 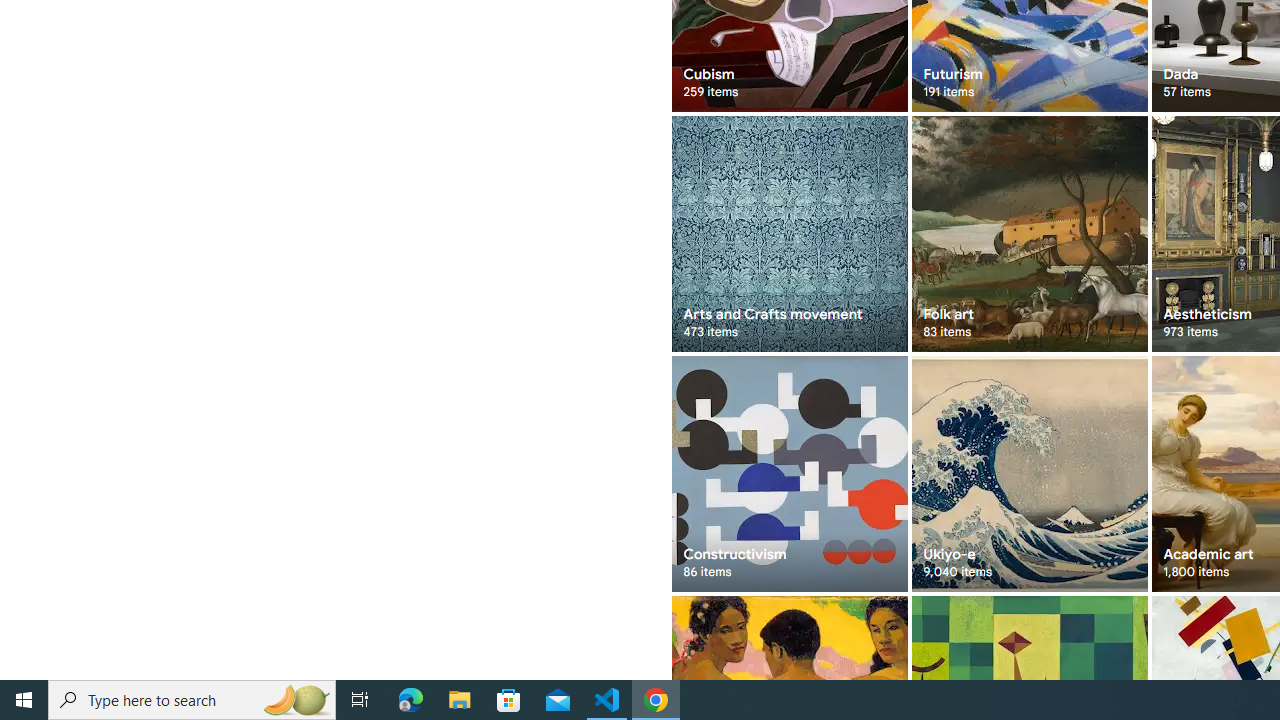 What do you see at coordinates (788, 233) in the screenshot?
I see `'Arts and Crafts movement 473 items'` at bounding box center [788, 233].